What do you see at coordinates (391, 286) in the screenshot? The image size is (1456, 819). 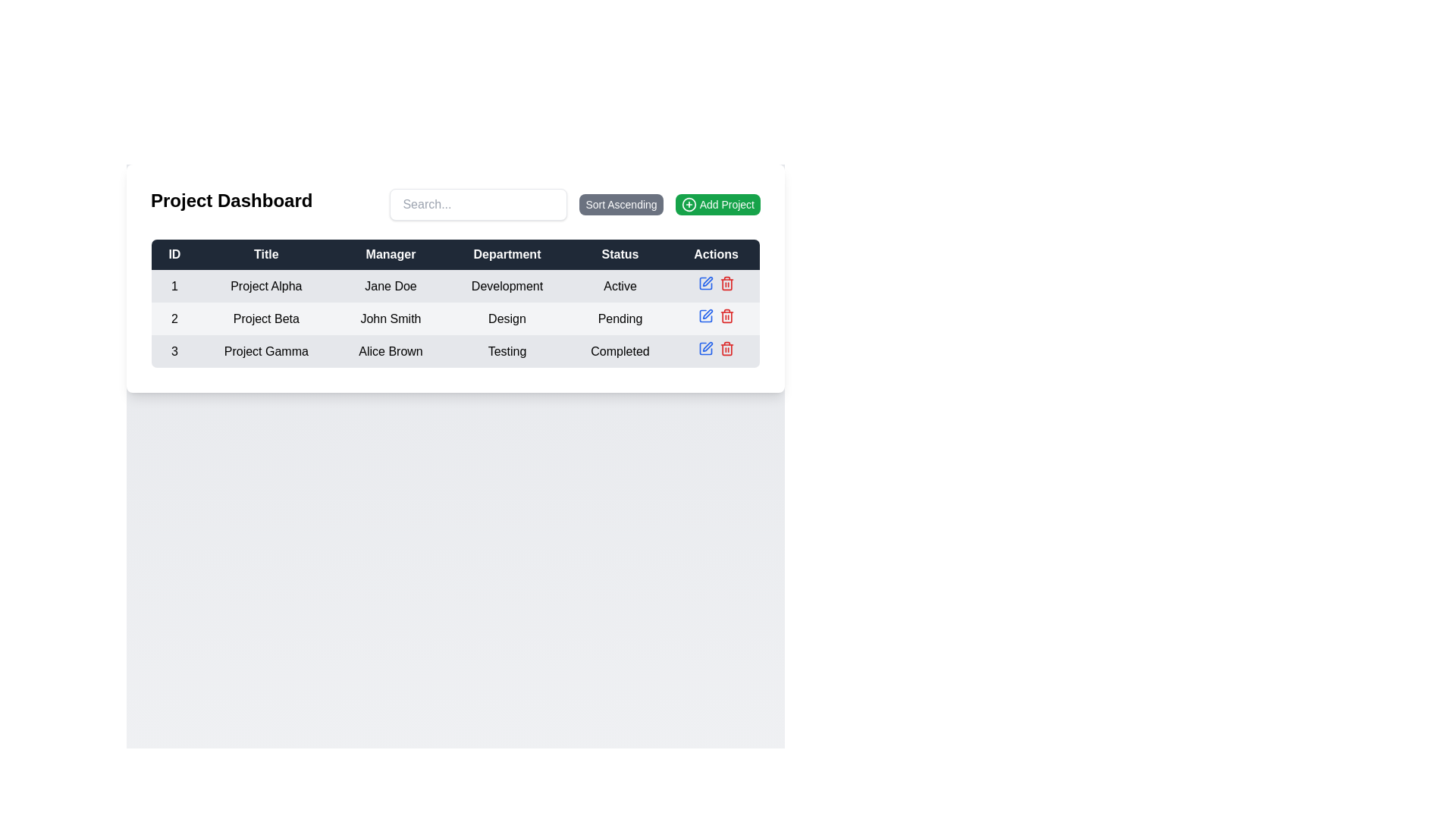 I see `the 'Jane Doe' text label, which is displayed in black on a medium-gray background, located in the third column of the first row of a grid-like table` at bounding box center [391, 286].